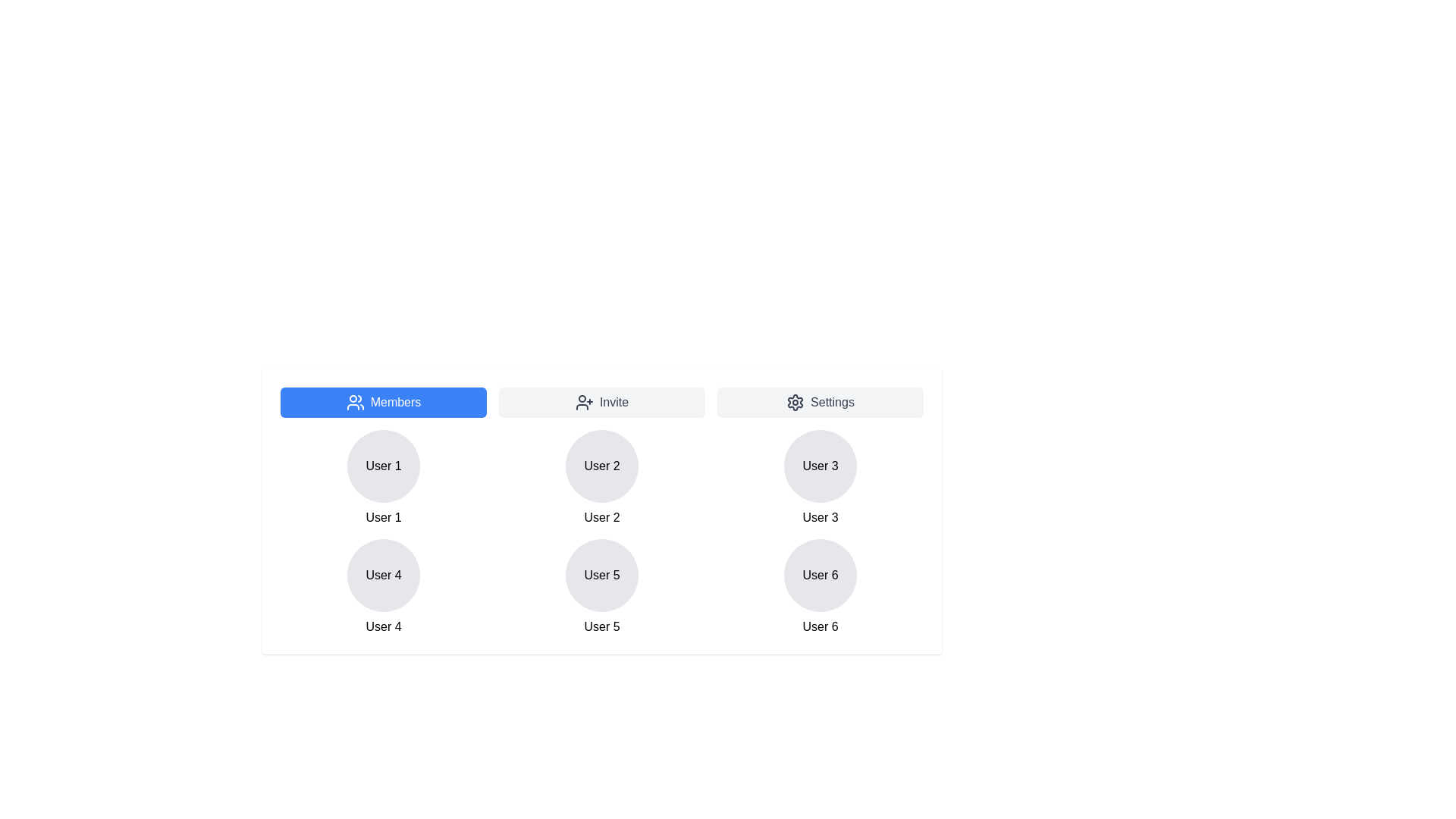 The image size is (1456, 819). What do you see at coordinates (819, 402) in the screenshot?
I see `the 'Settings' button, which is a rectangular clickable button with the text 'Settings' and a cogwheel icon, located at the bottom right of the interface` at bounding box center [819, 402].